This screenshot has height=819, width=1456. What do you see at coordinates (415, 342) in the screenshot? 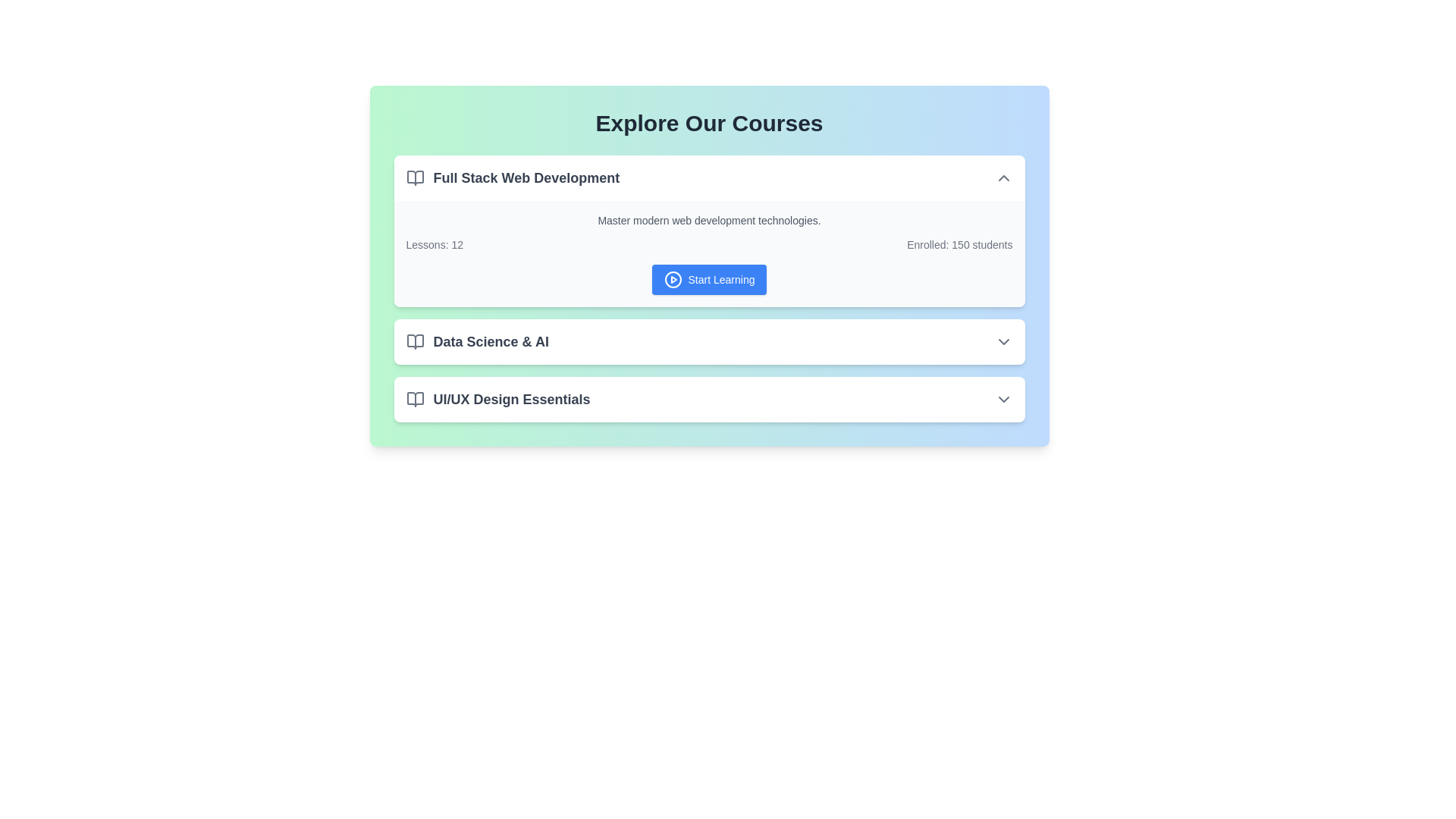
I see `the right segment of the book icon in the 'Data Science & AI' entry of the accordion-style UI layout` at bounding box center [415, 342].